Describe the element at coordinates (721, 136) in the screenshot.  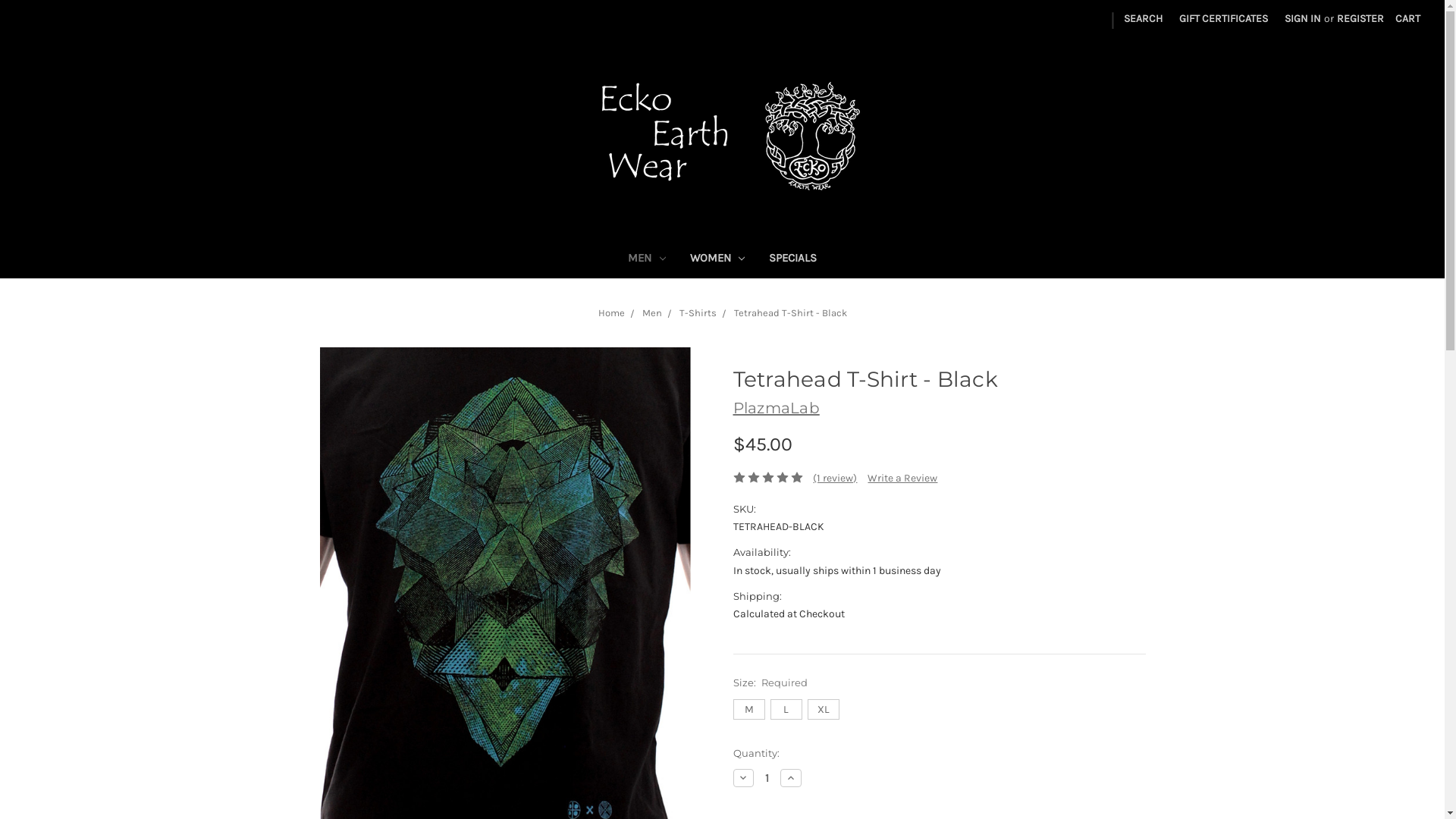
I see `'Ecko Earth Wear'` at that location.